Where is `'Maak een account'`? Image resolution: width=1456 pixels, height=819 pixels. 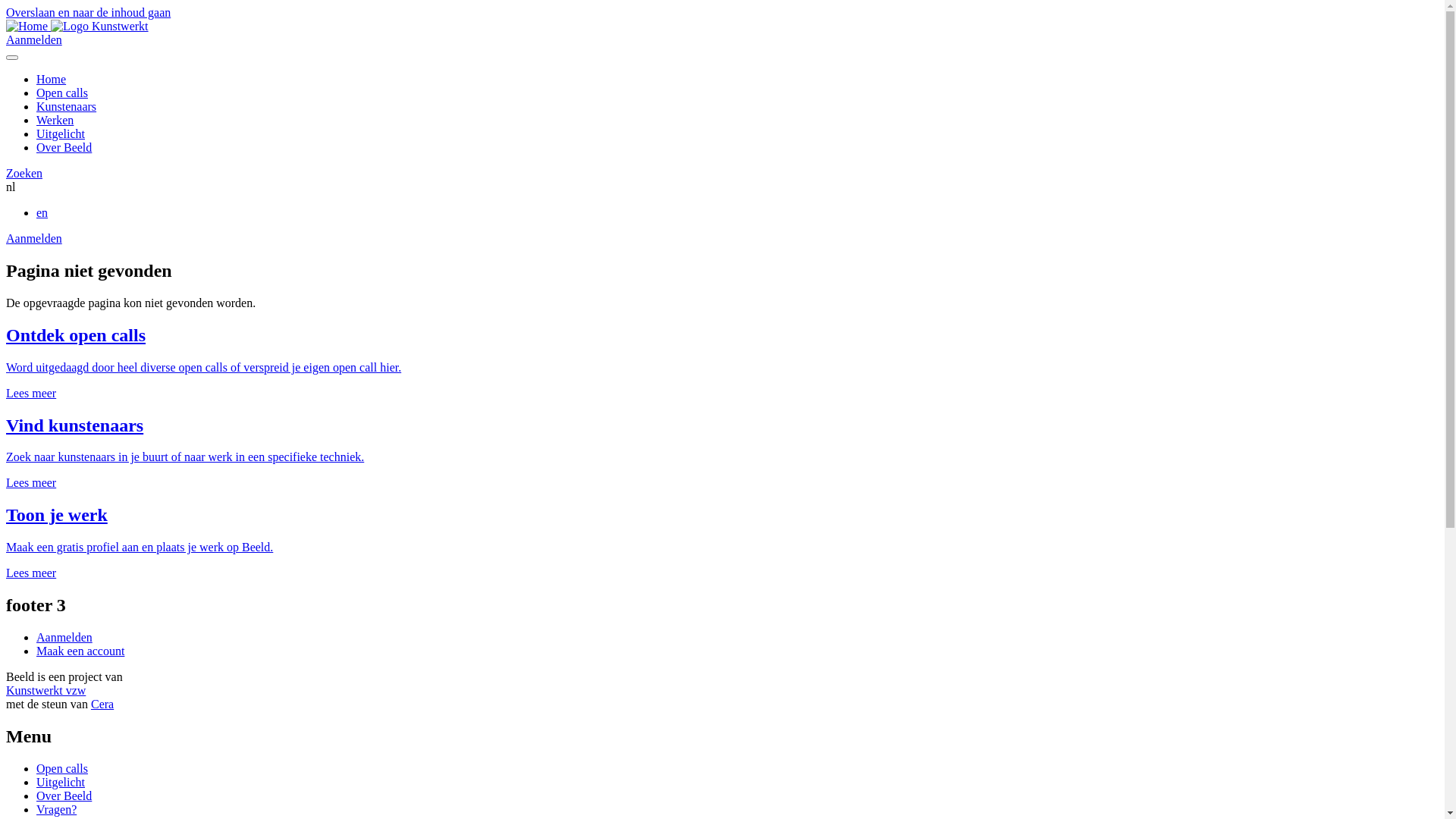
'Maak een account' is located at coordinates (79, 650).